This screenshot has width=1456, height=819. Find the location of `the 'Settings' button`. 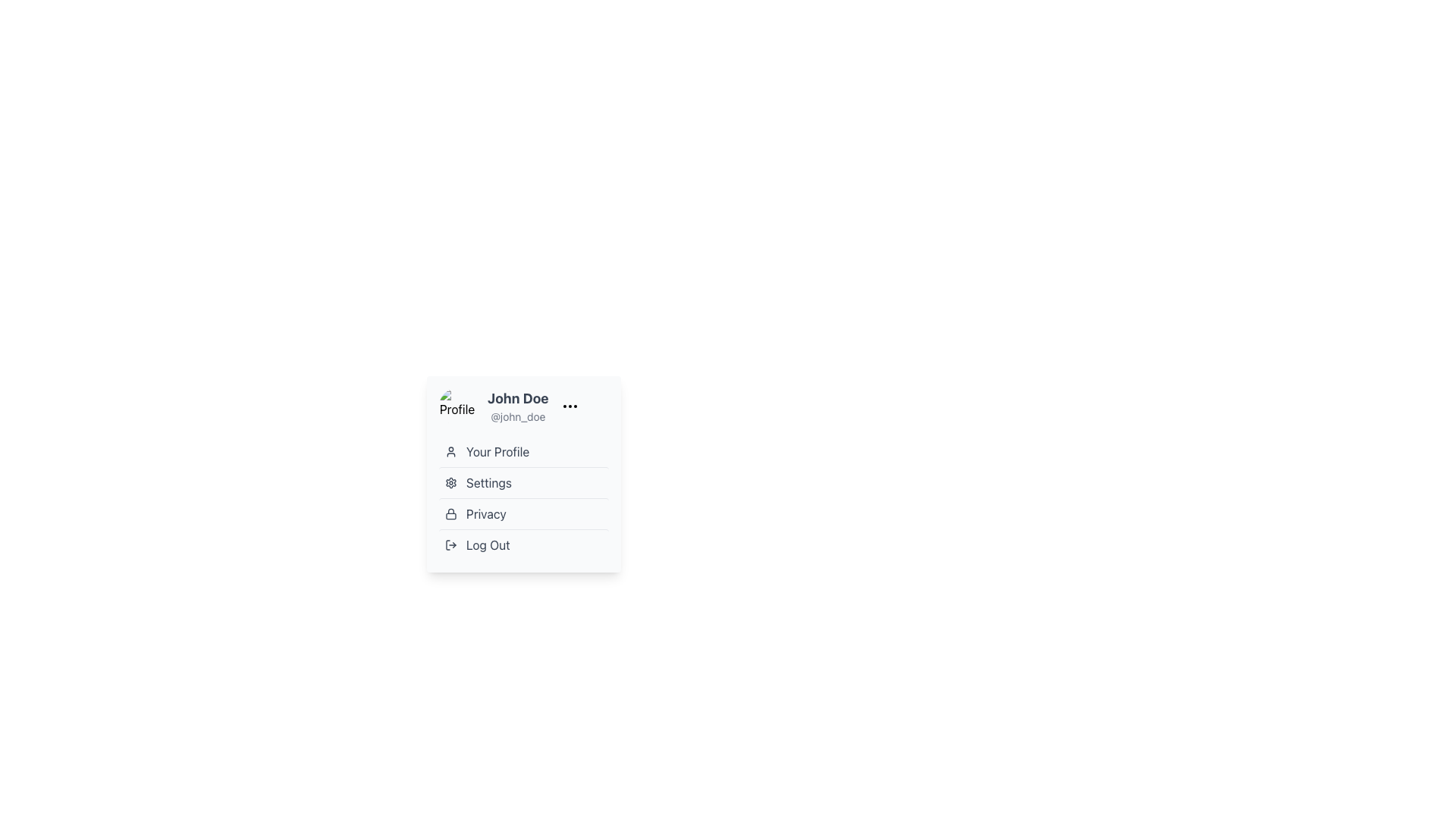

the 'Settings' button is located at coordinates (524, 498).